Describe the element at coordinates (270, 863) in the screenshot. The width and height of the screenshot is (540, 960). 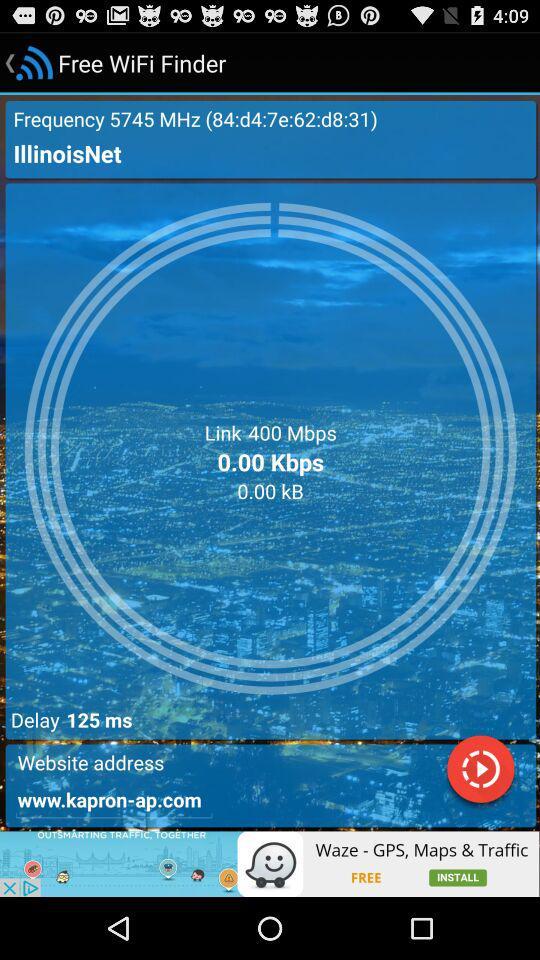
I see `advertisement link` at that location.